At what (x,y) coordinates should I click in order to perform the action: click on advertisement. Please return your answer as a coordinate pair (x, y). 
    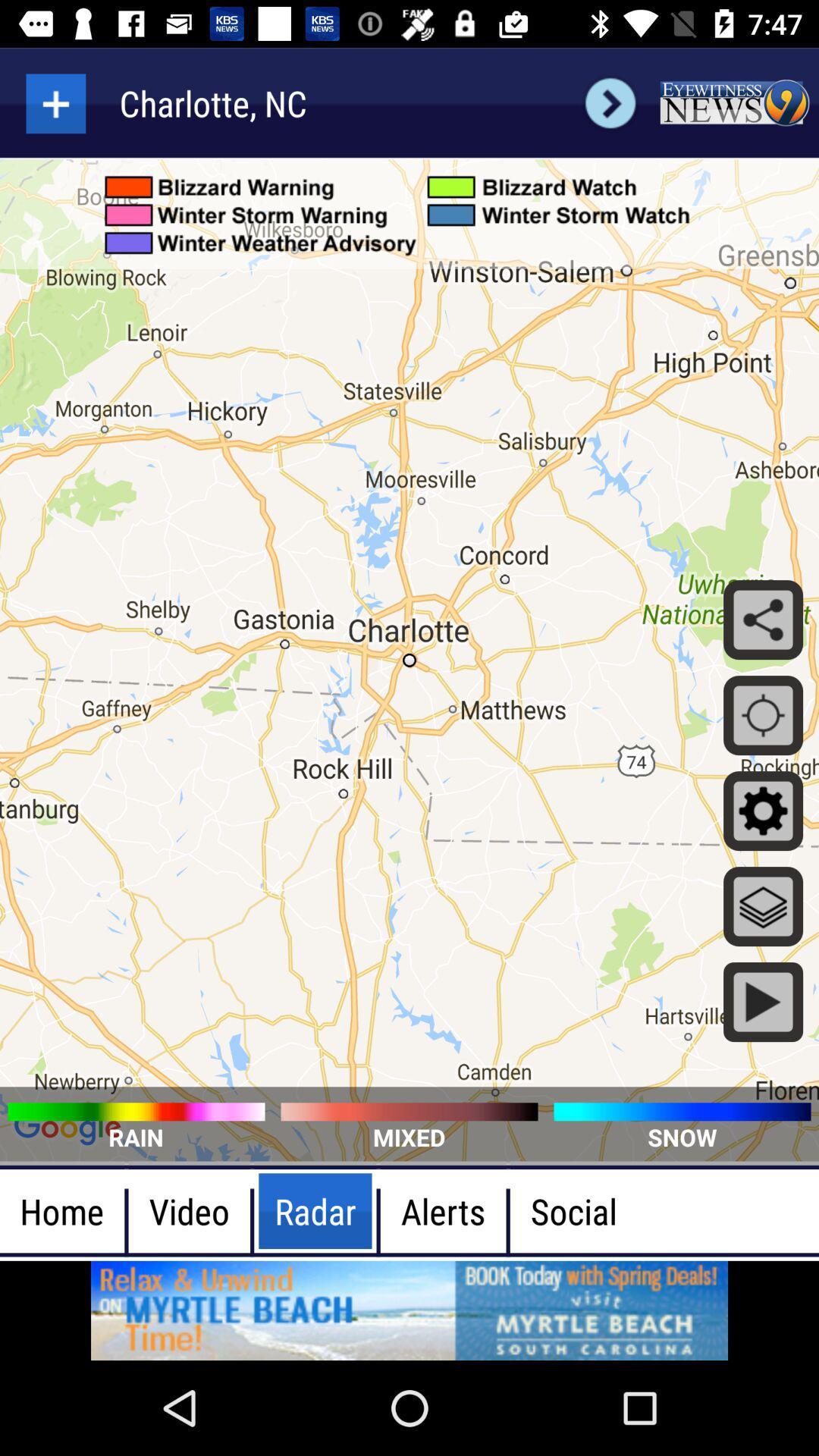
    Looking at the image, I should click on (409, 1310).